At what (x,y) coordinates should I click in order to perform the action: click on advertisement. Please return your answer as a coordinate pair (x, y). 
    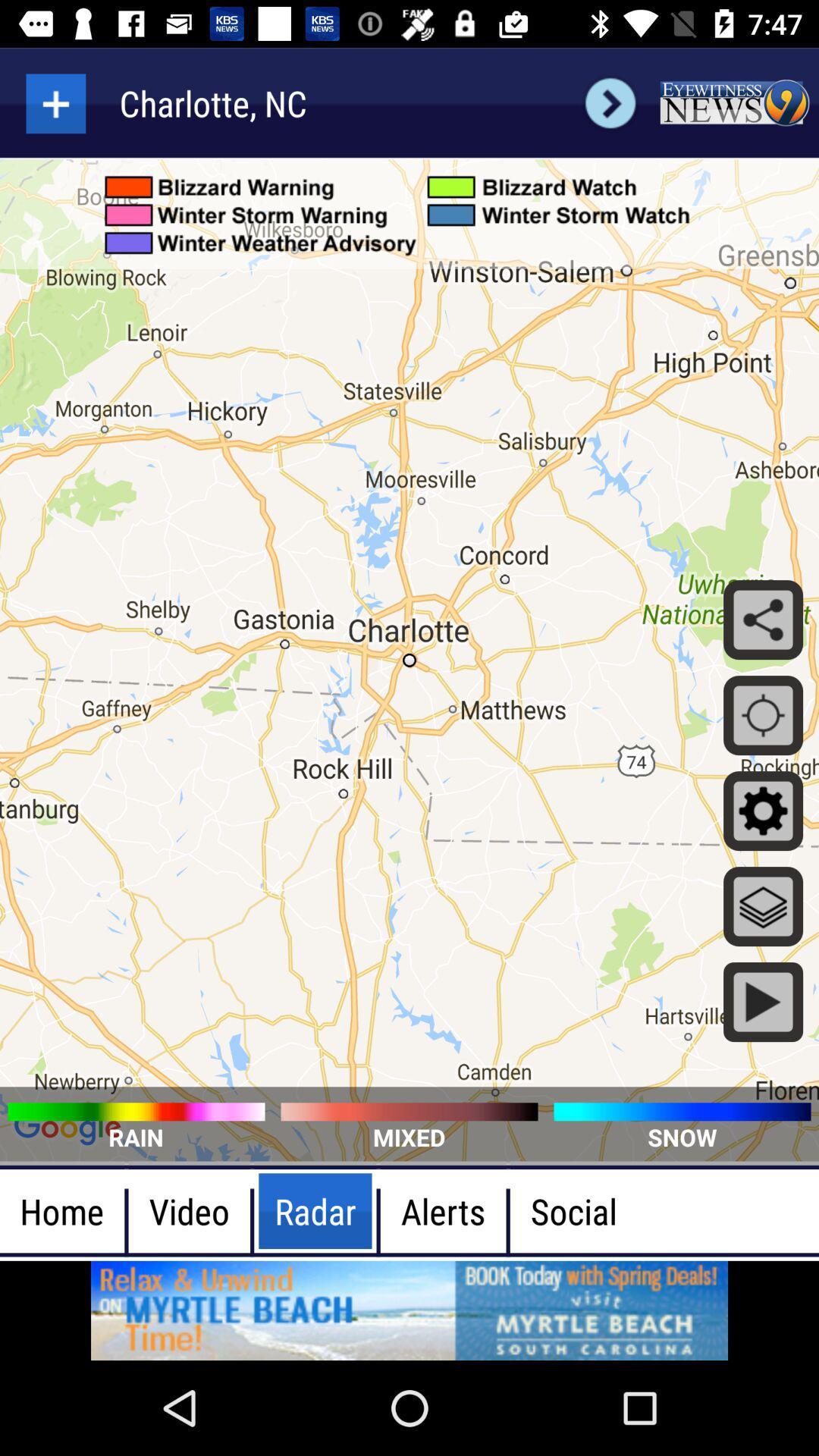
    Looking at the image, I should click on (409, 1310).